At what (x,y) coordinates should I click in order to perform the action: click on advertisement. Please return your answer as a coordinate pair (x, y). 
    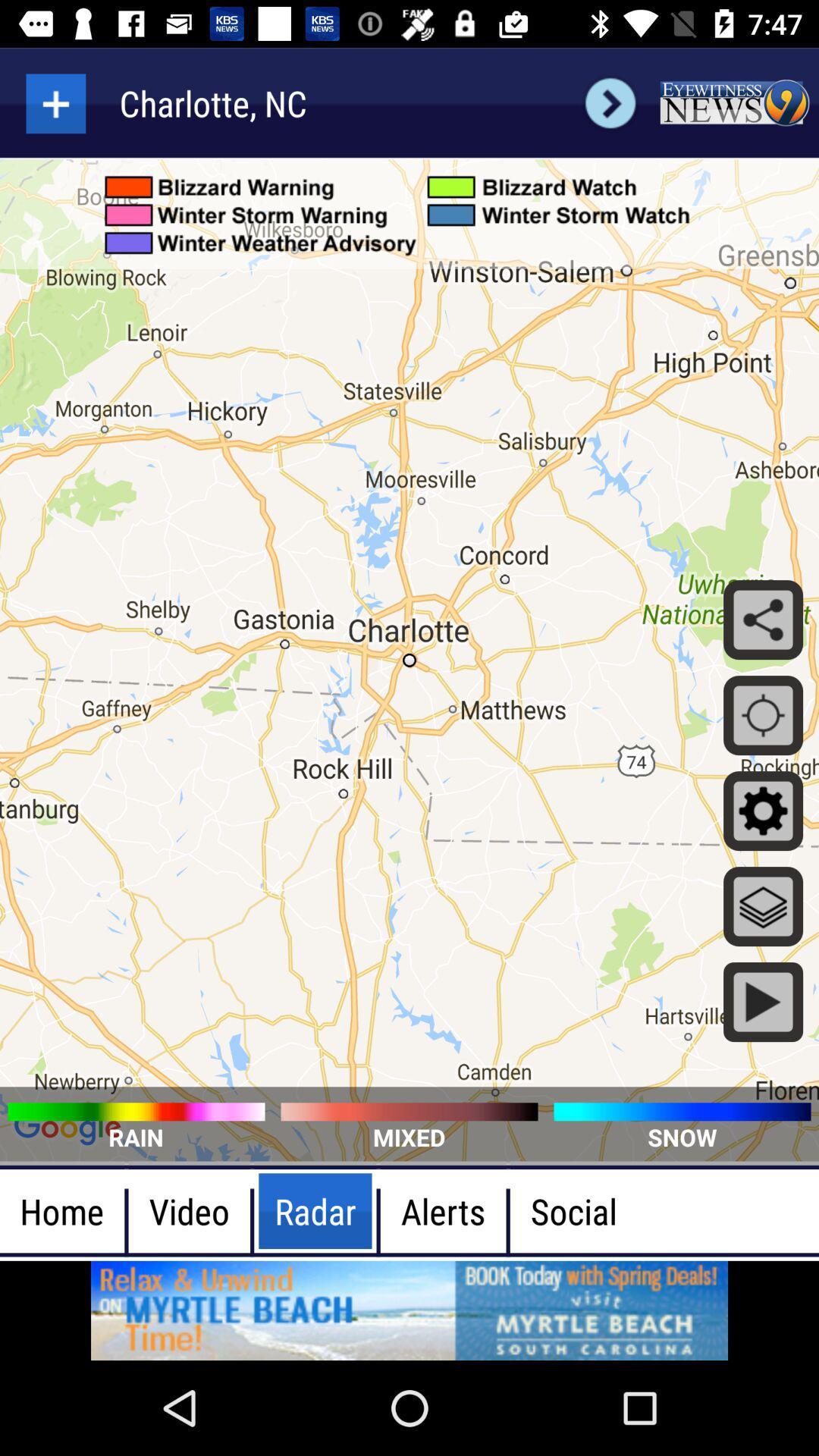
    Looking at the image, I should click on (409, 1310).